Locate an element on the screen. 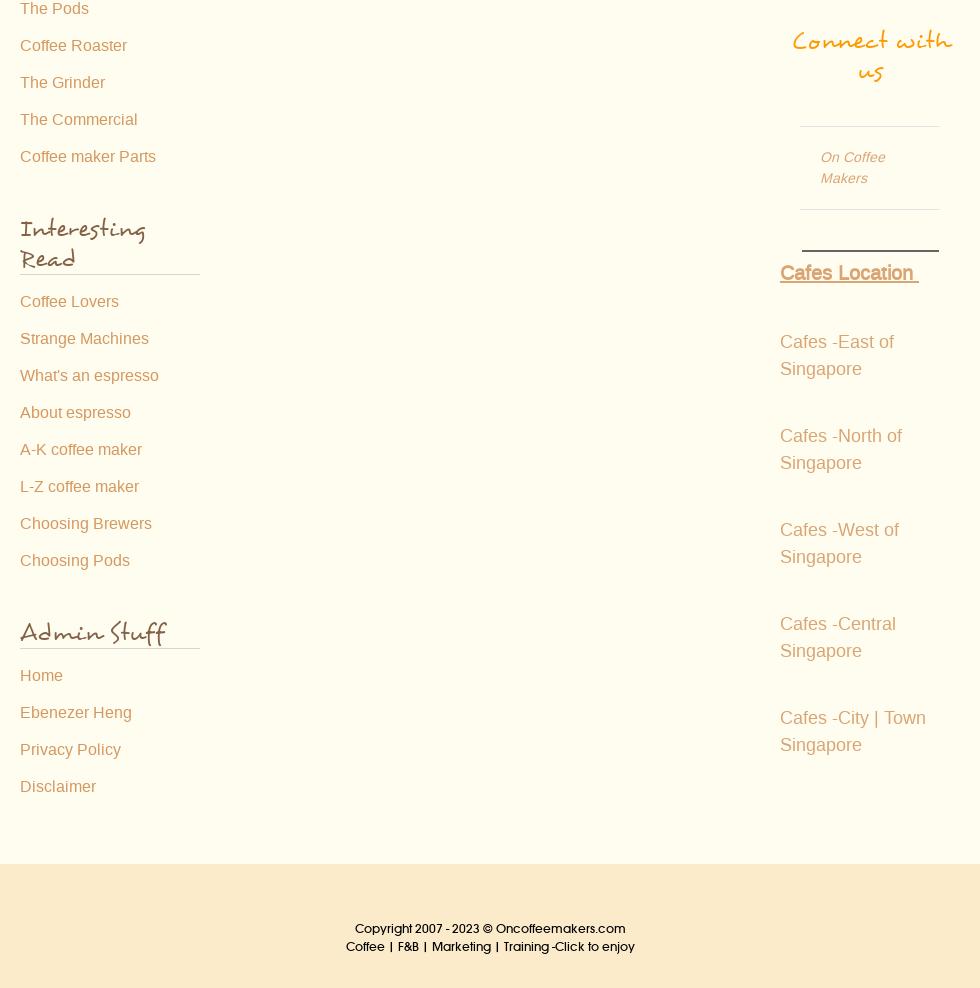  'Disclaimer' is located at coordinates (19, 786).